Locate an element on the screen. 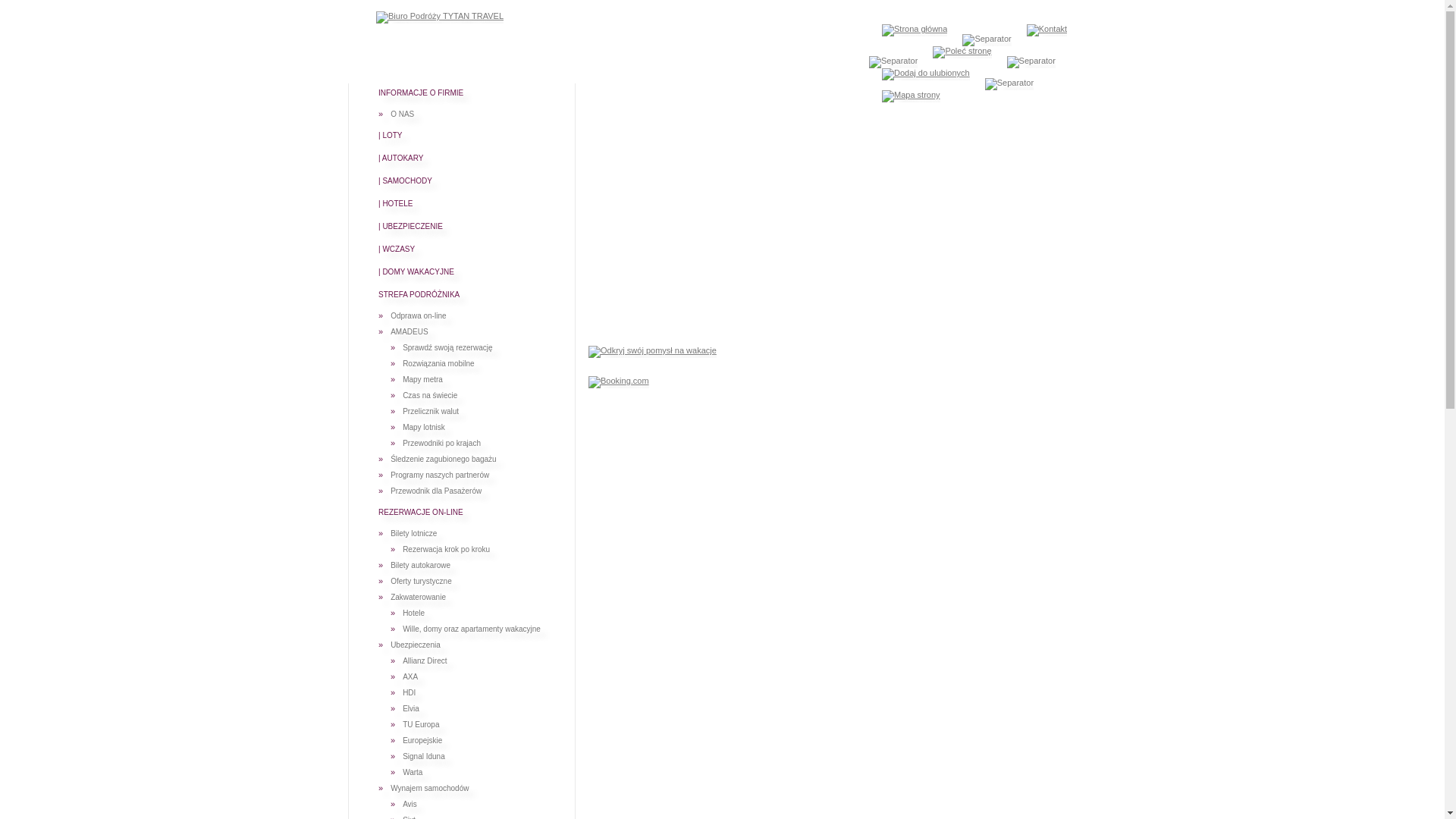  'Przewodniki po krajach' is located at coordinates (441, 444).